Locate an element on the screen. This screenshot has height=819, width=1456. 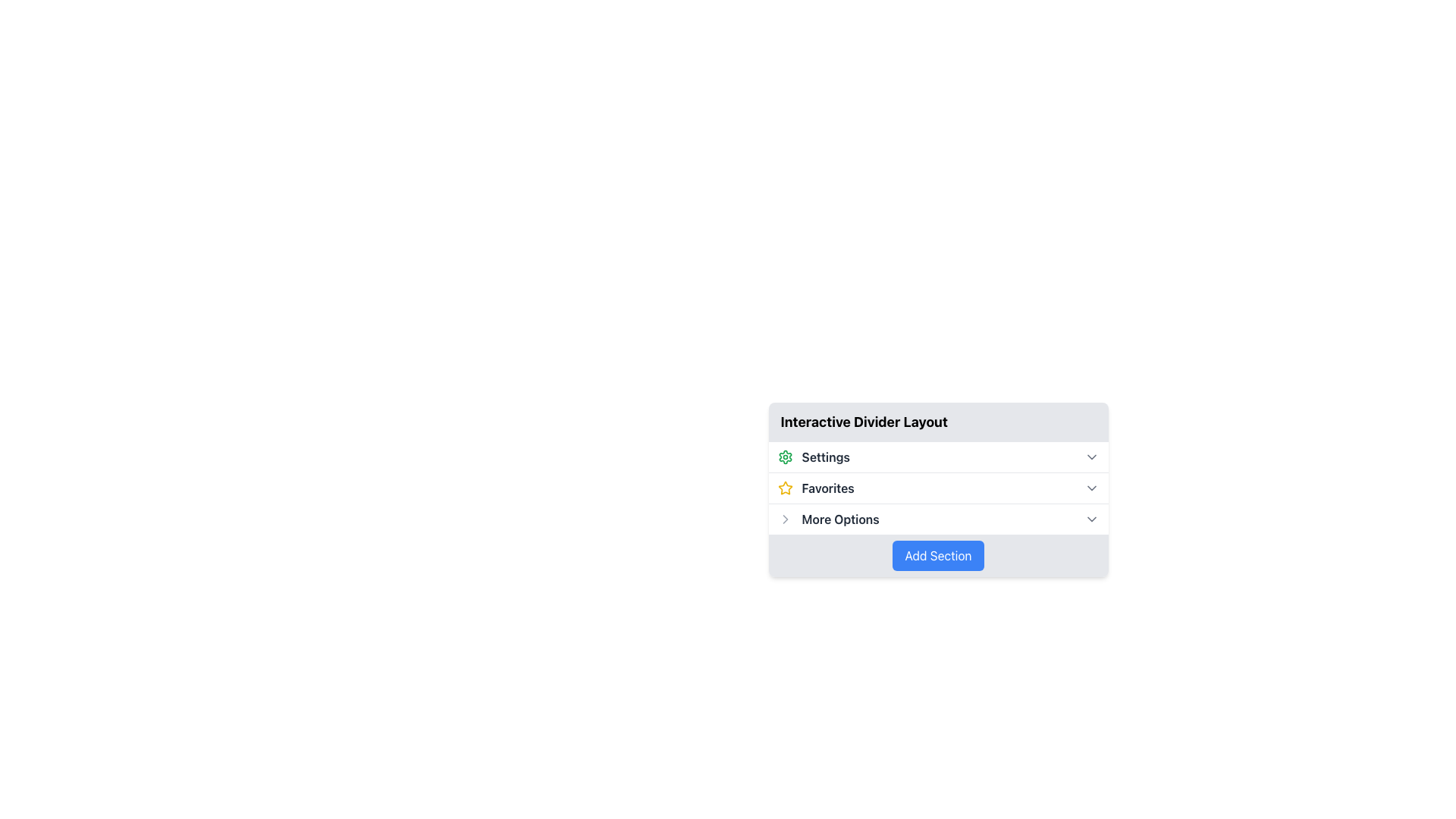
the text label displaying 'Favorites', which is styled with a medium bold font in dark gray and is located next to a yellow star icon in a card layout is located at coordinates (827, 488).